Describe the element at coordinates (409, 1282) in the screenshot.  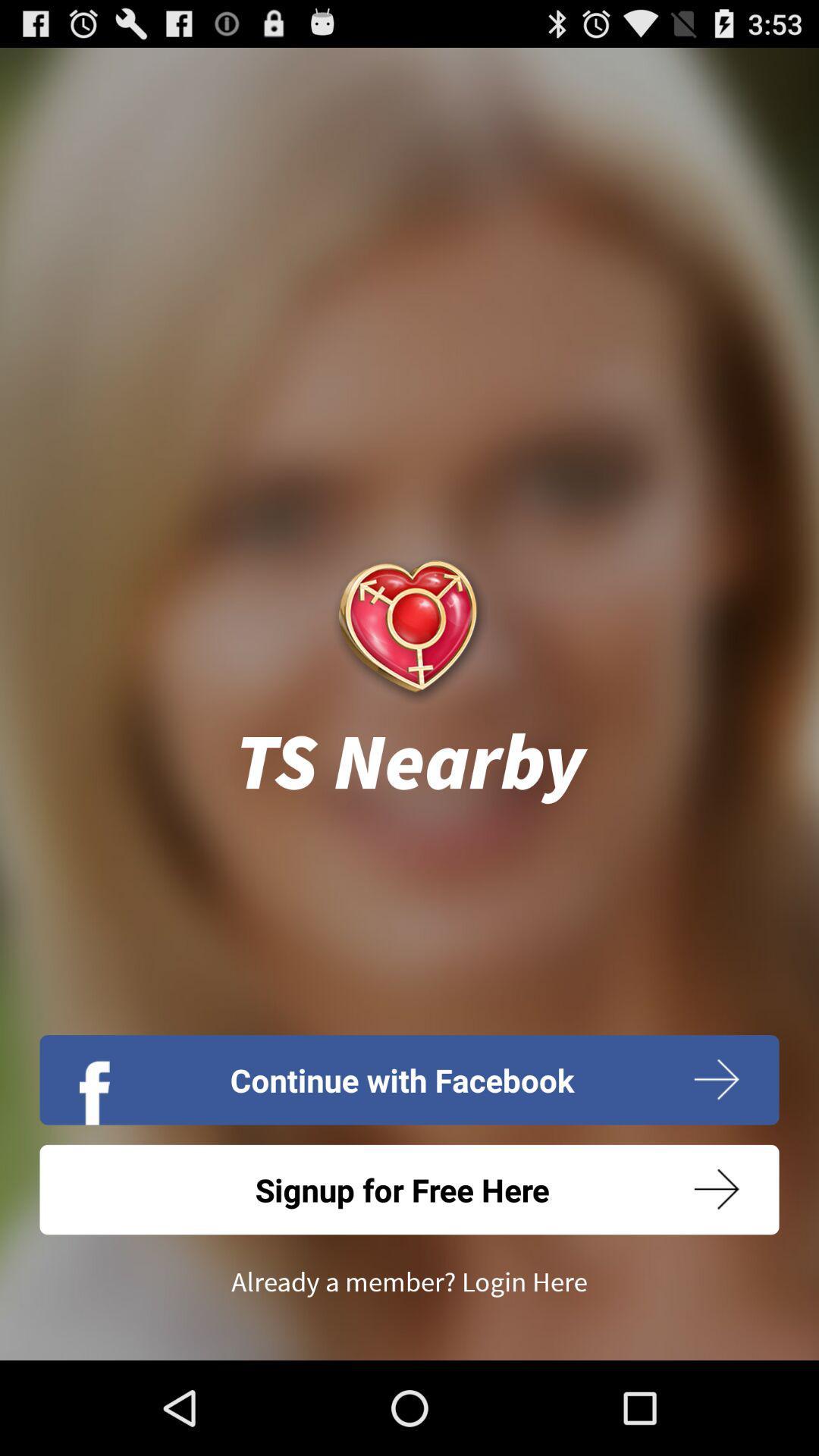
I see `the button below signup for free item` at that location.